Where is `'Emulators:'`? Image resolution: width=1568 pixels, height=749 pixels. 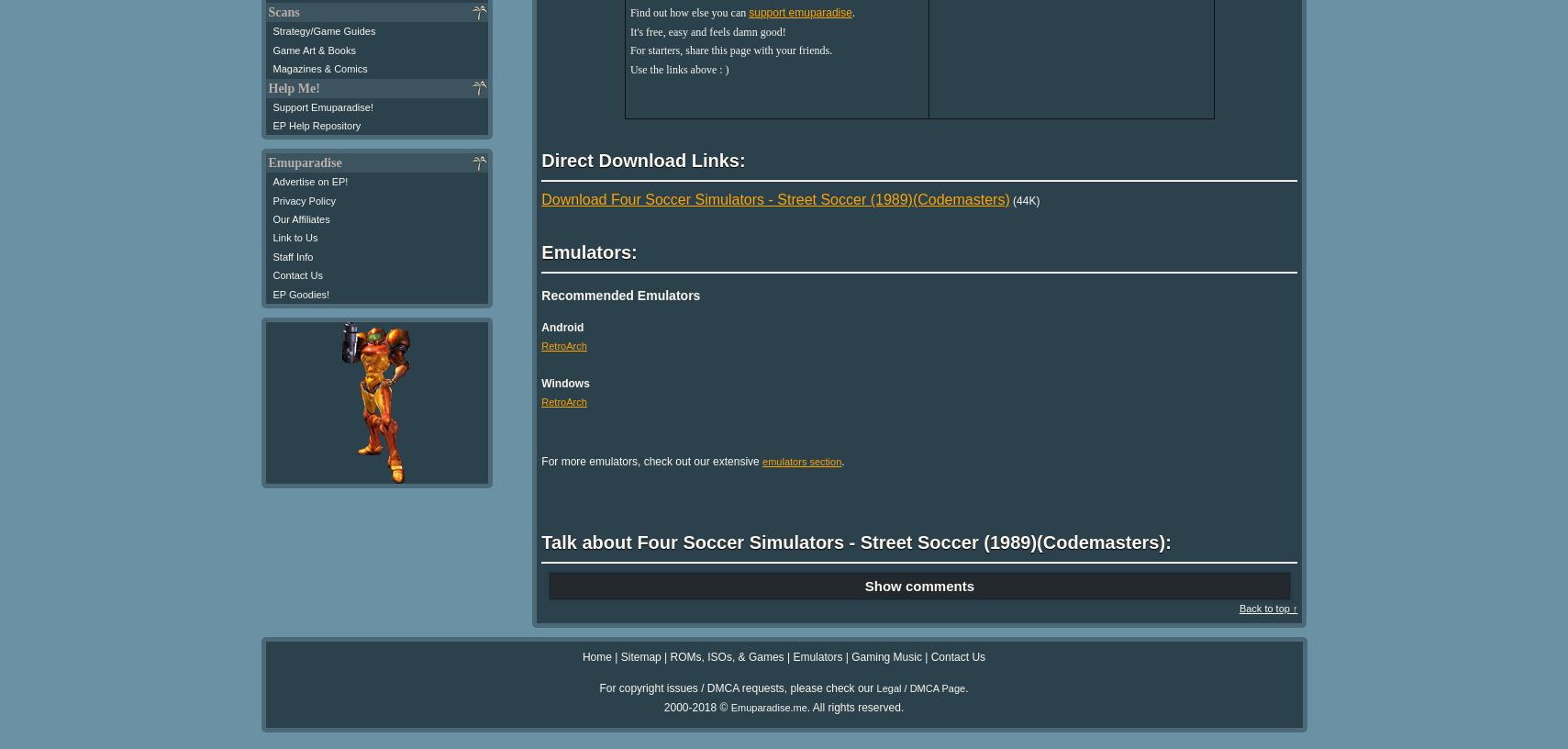 'Emulators:' is located at coordinates (588, 251).